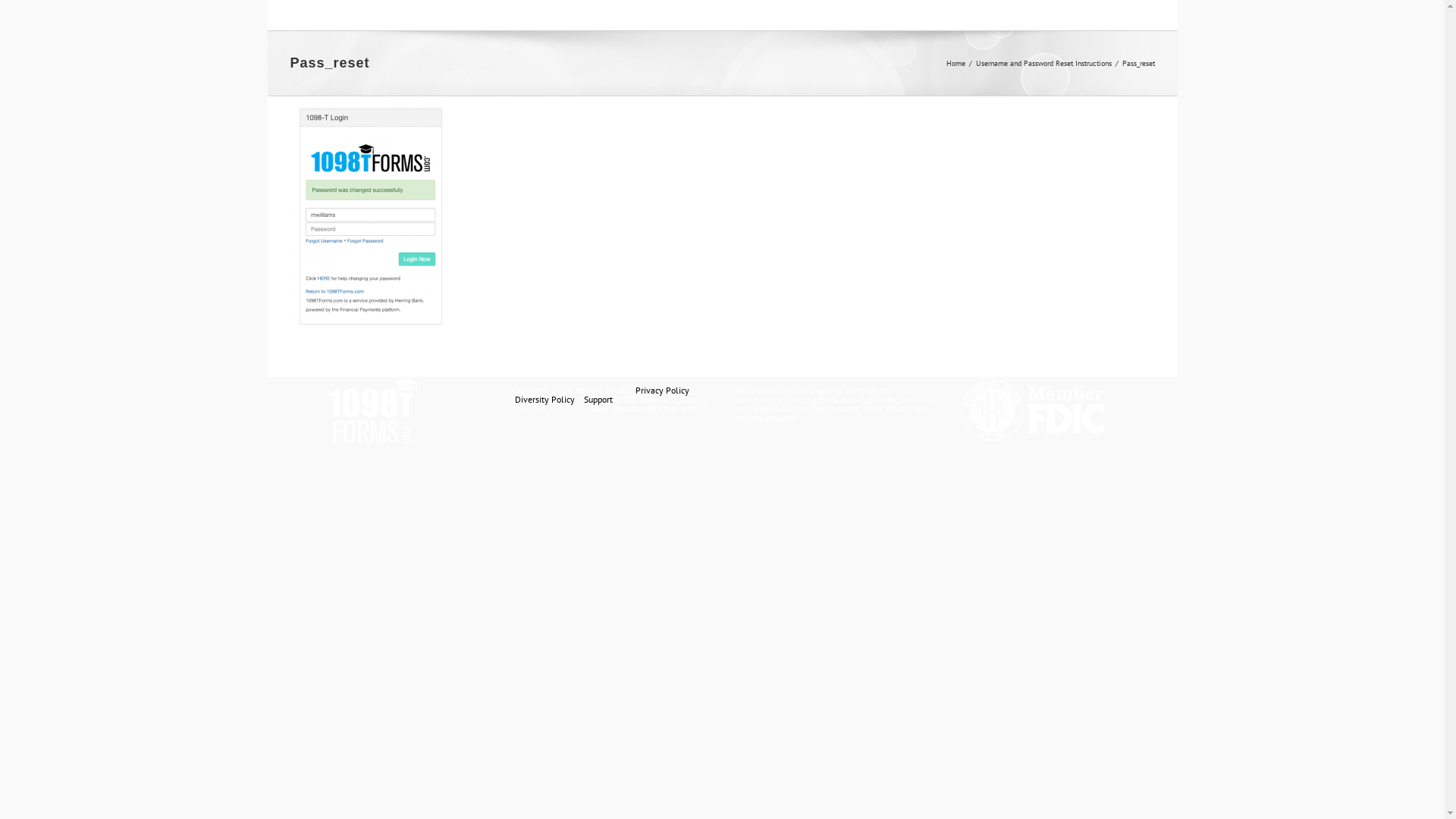 The height and width of the screenshot is (819, 1456). Describe the element at coordinates (1042, 61) in the screenshot. I see `'Username and Password Reset Instructions'` at that location.